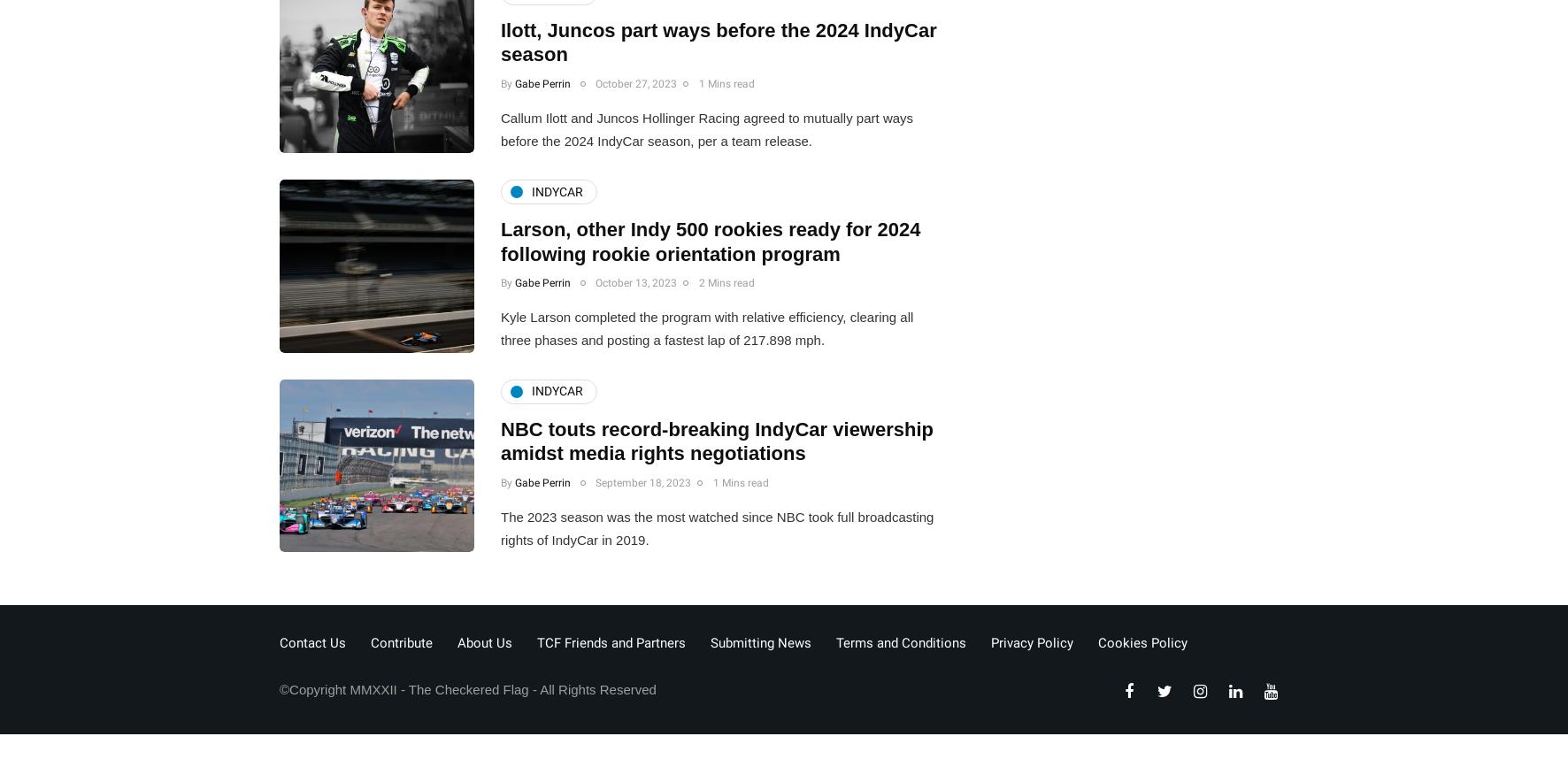 This screenshot has height=767, width=1568. I want to click on 'Terms and Conditions', so click(901, 641).